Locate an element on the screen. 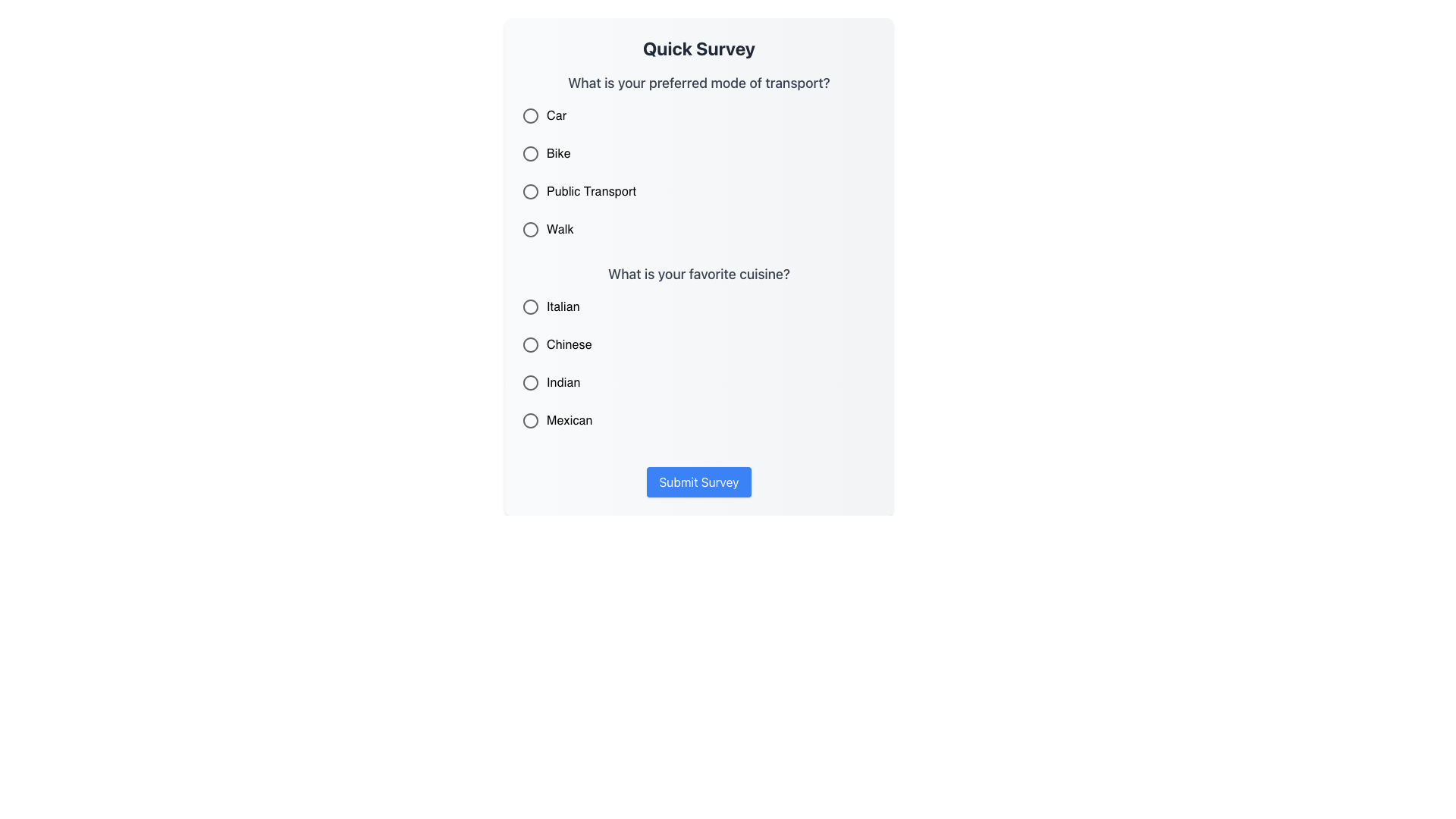  the circular radio button adjacent to the label 'Car' is located at coordinates (531, 115).